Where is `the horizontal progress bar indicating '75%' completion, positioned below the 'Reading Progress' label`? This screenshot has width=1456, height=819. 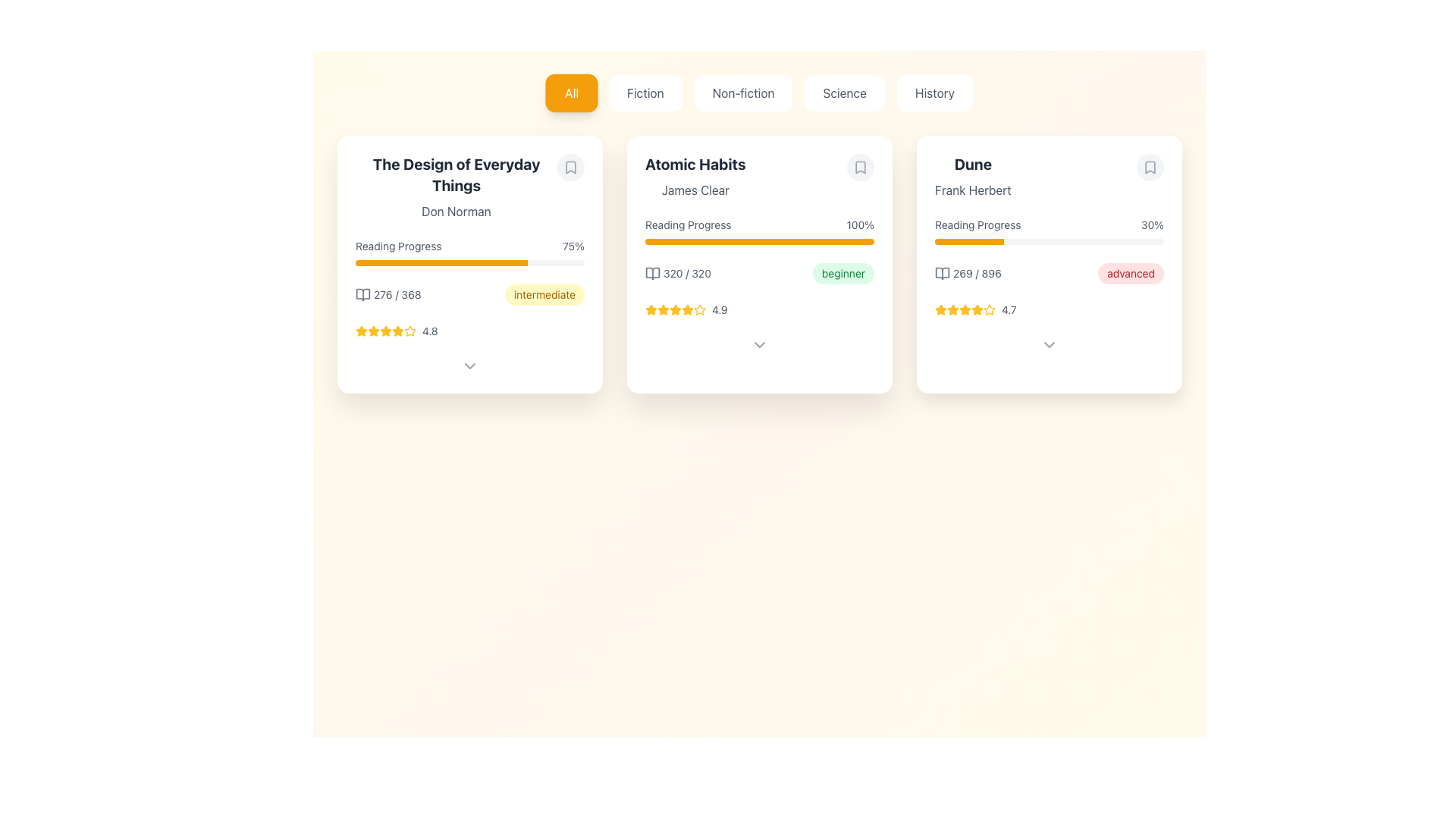 the horizontal progress bar indicating '75%' completion, positioned below the 'Reading Progress' label is located at coordinates (469, 262).